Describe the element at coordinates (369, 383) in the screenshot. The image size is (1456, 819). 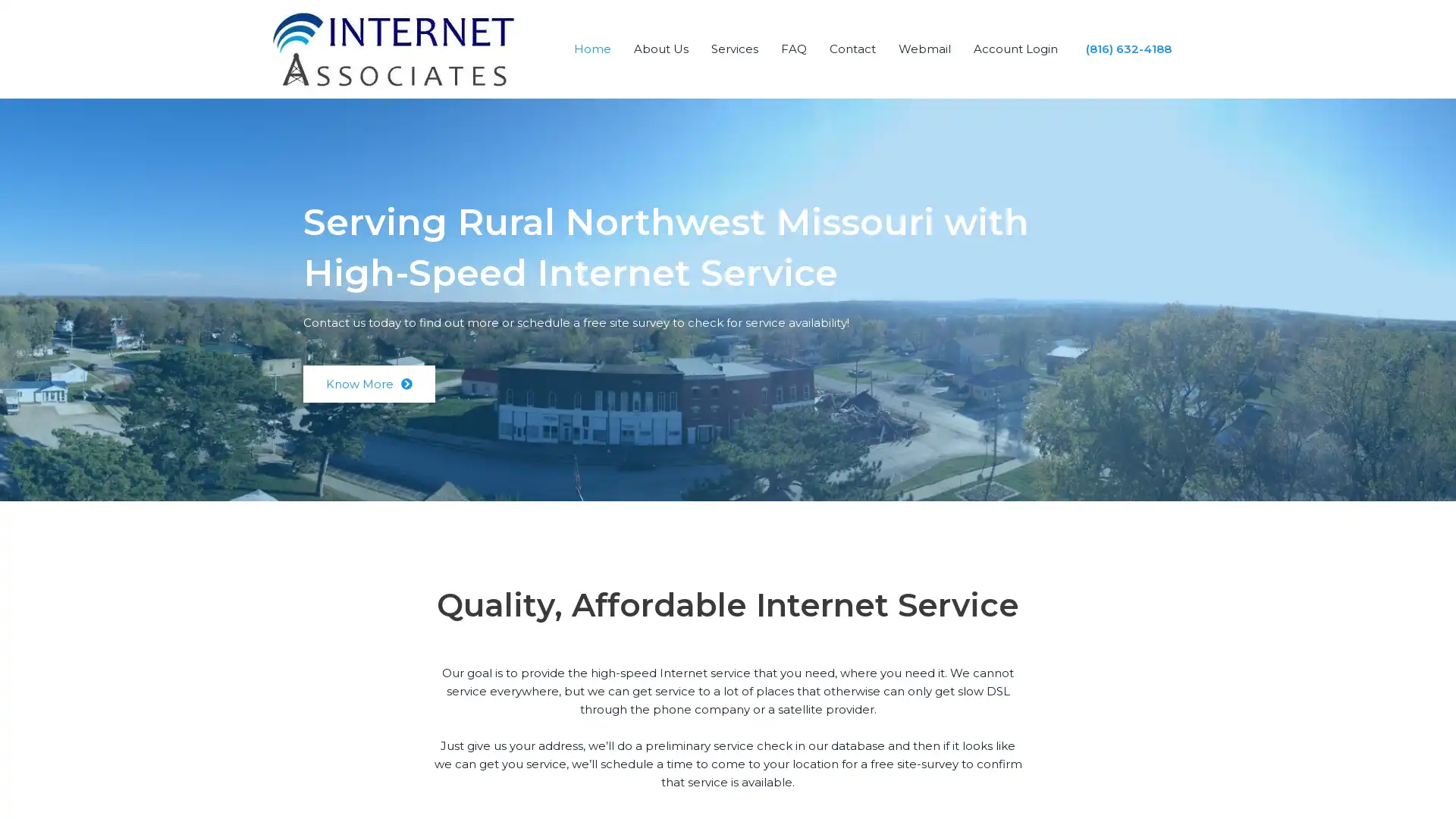
I see `Know More` at that location.